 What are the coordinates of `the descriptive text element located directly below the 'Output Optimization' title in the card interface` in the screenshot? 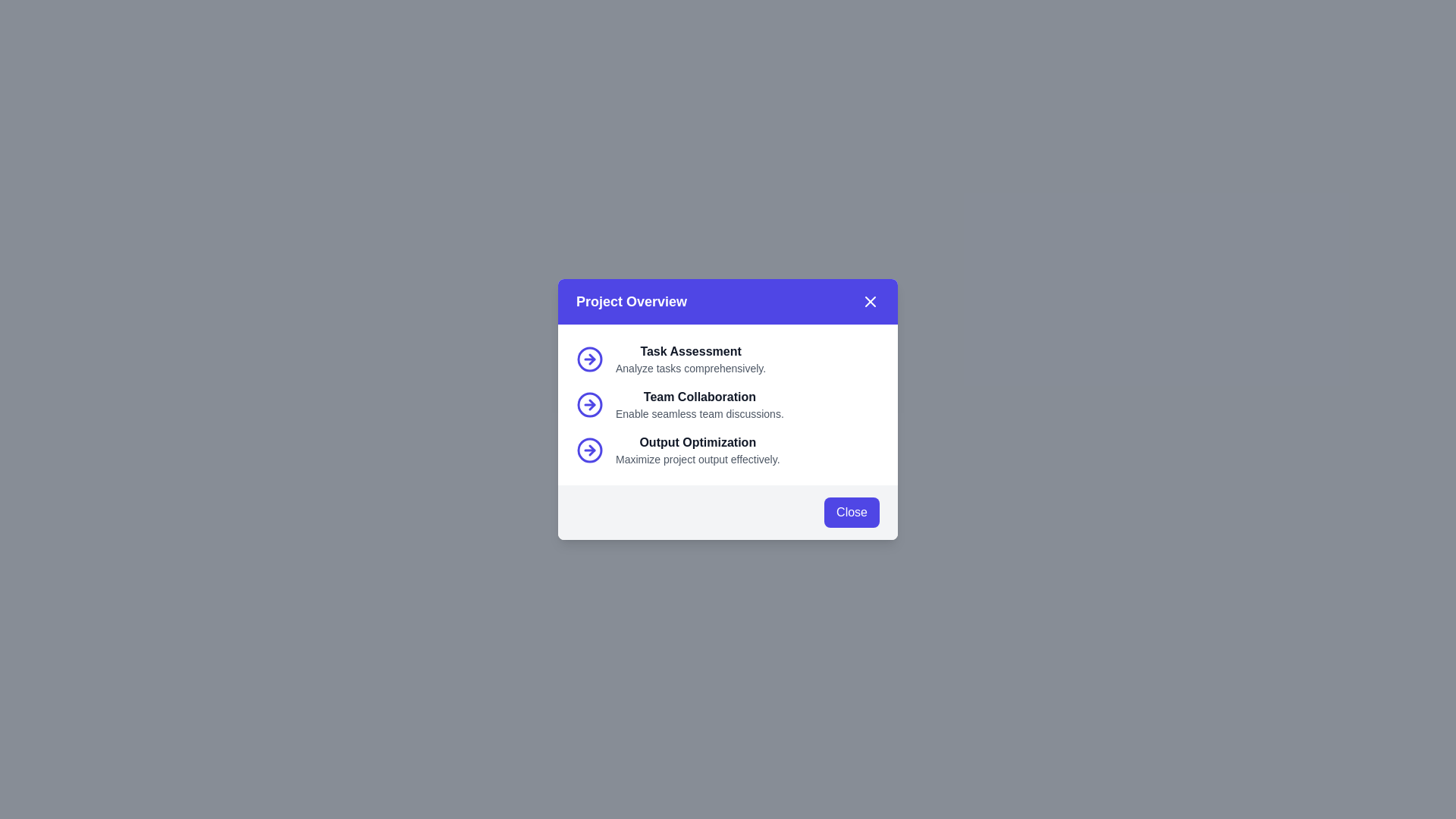 It's located at (697, 458).